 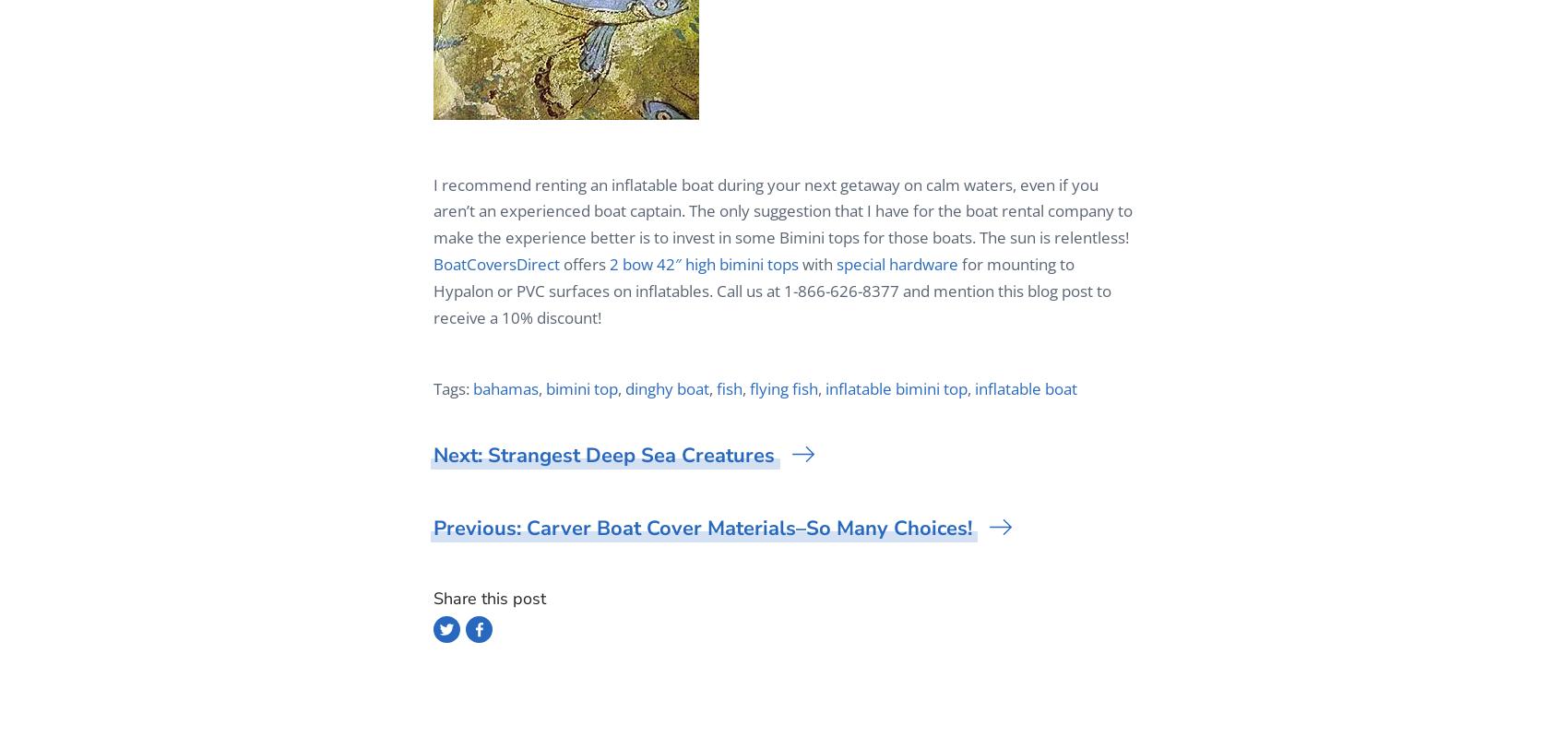 What do you see at coordinates (453, 387) in the screenshot?
I see `'Tags:'` at bounding box center [453, 387].